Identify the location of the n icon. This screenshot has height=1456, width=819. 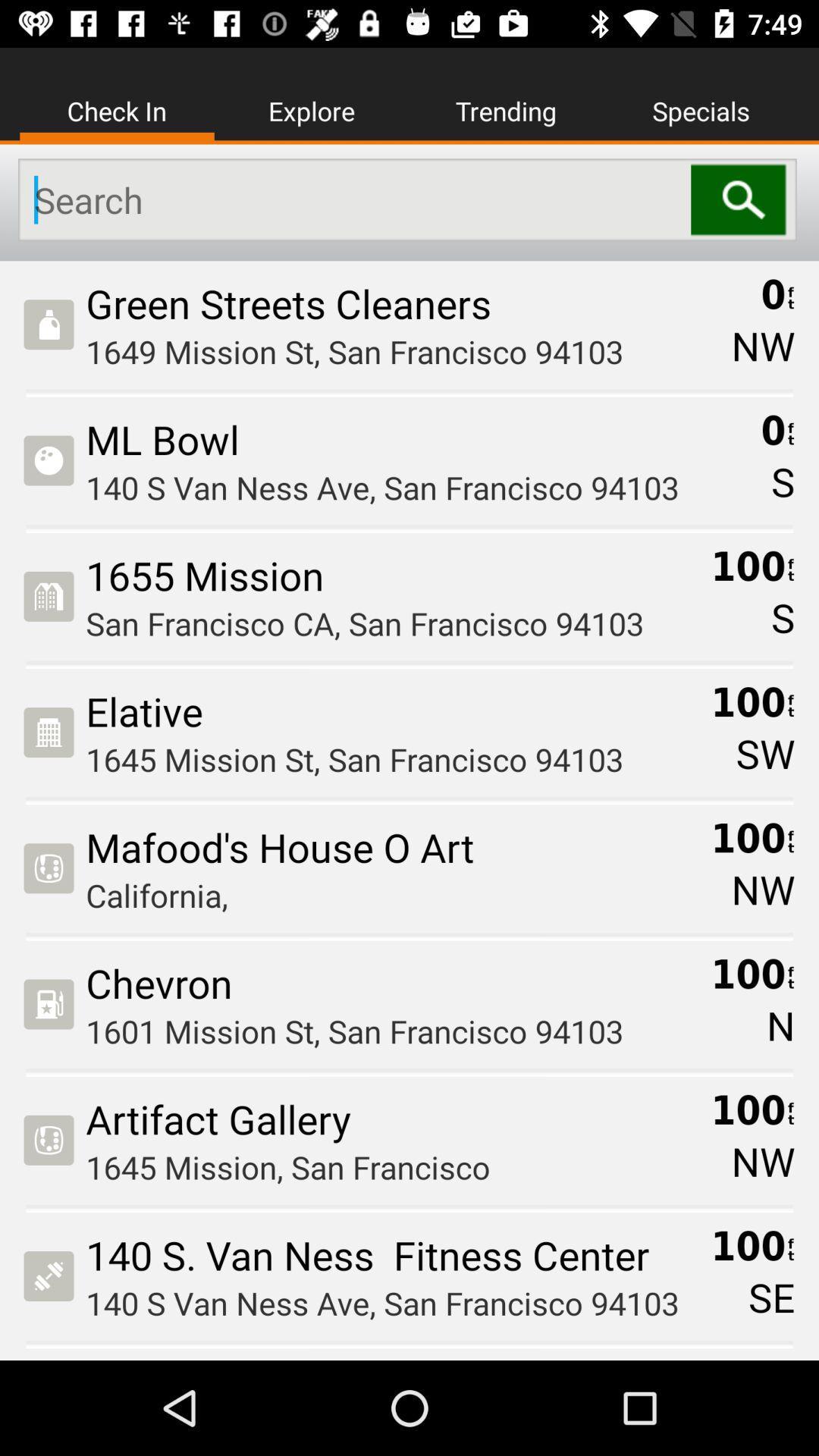
(780, 1025).